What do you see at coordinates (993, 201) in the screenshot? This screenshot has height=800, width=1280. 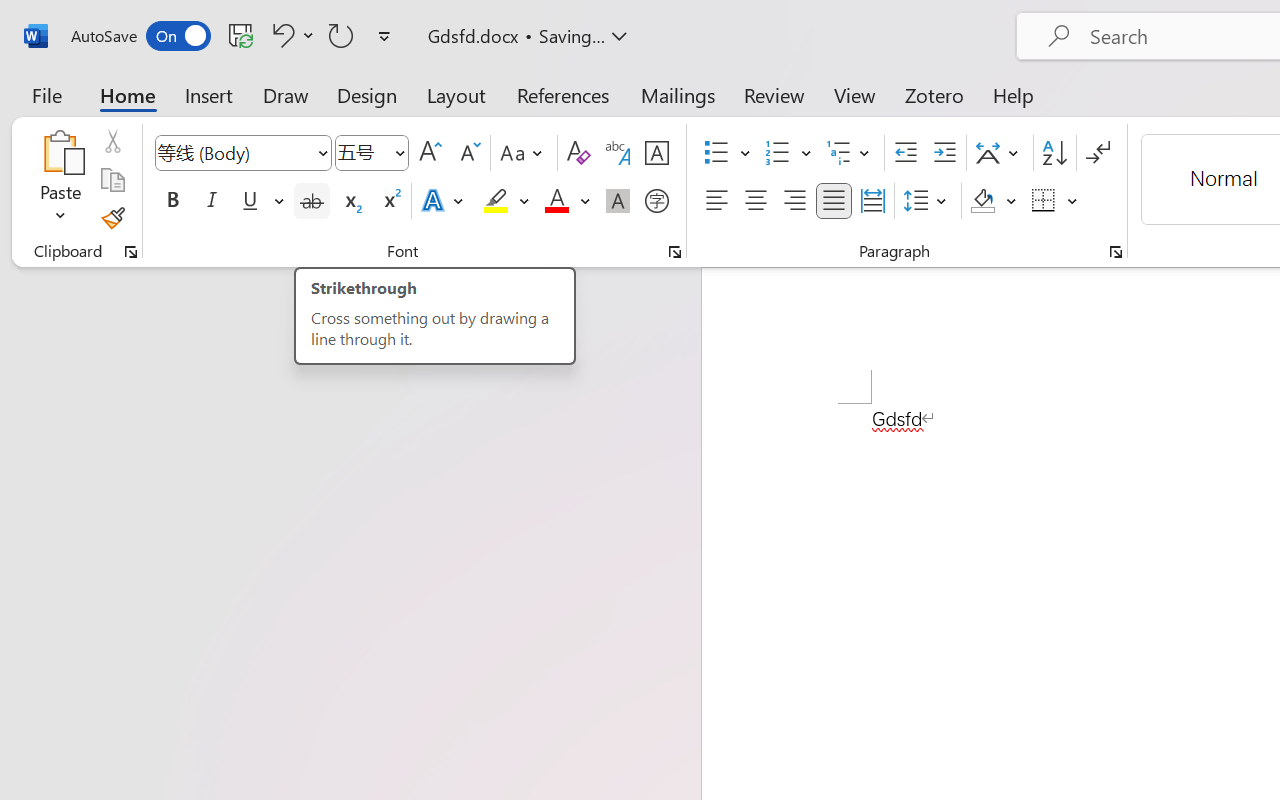 I see `'Shading'` at bounding box center [993, 201].